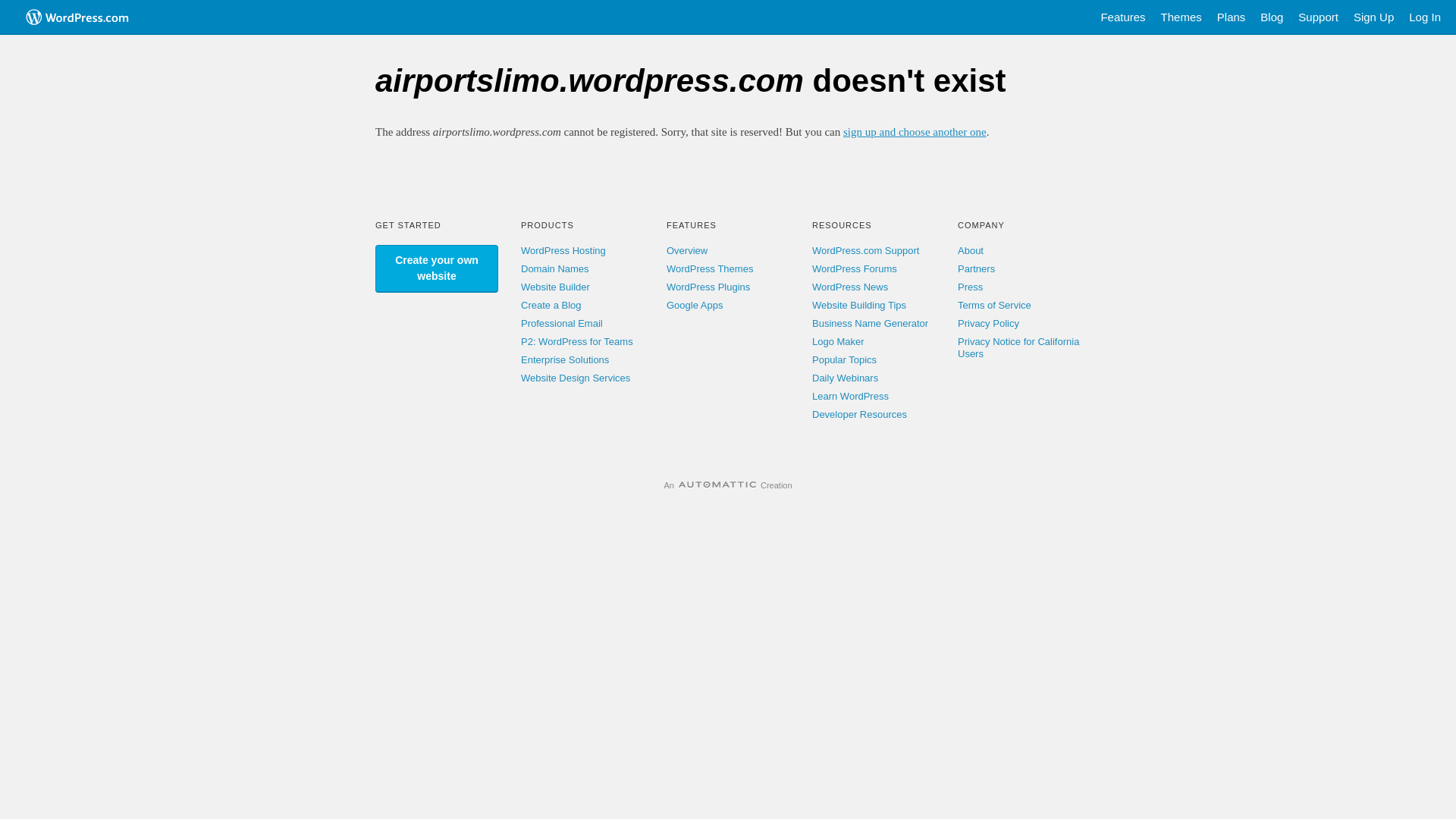  Describe the element at coordinates (576, 341) in the screenshot. I see `'P2: WordPress for Teams'` at that location.